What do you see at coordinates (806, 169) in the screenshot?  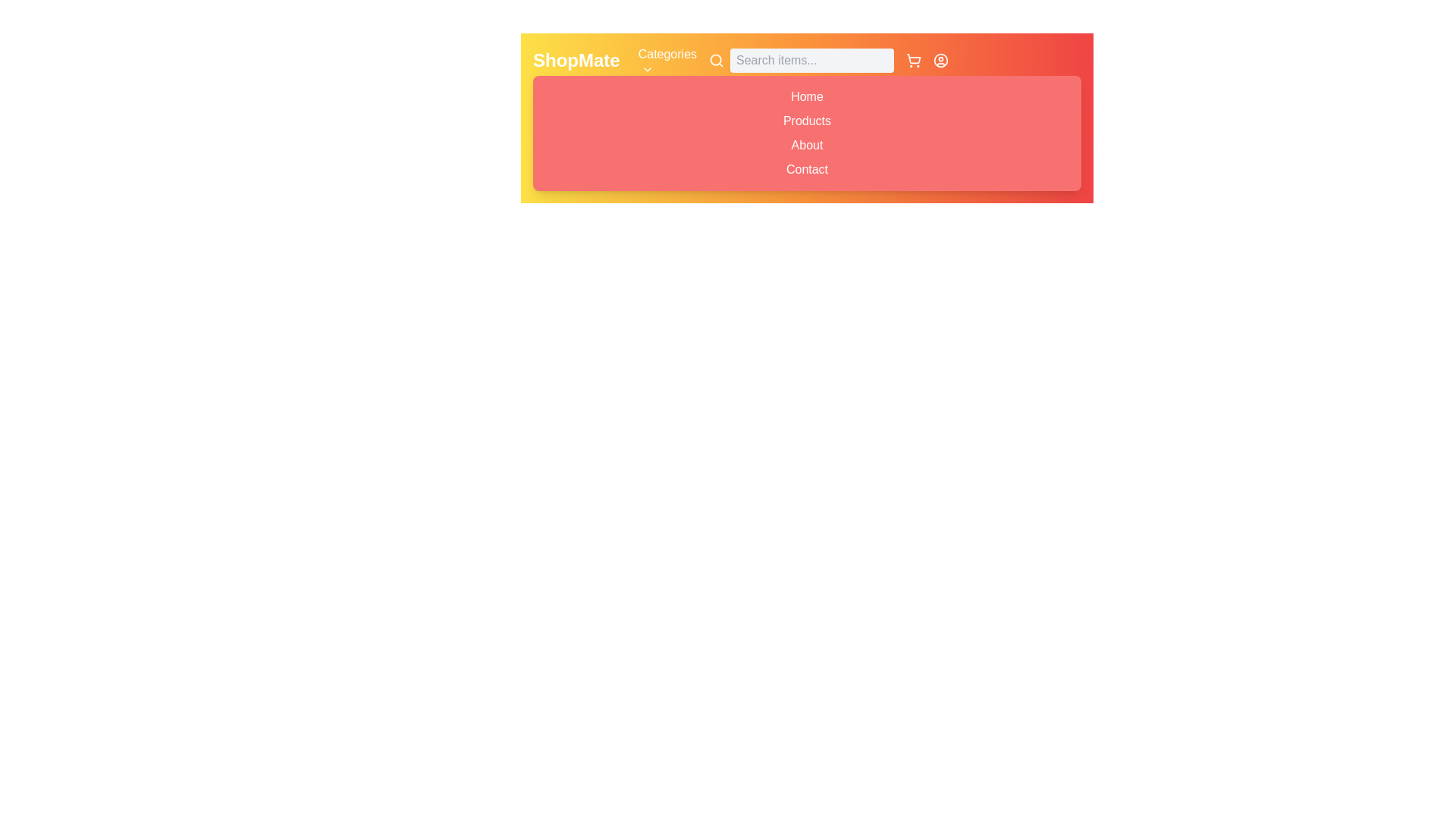 I see `the 'Contact' navigation link, which is the last item in the vertical menu, located below the 'About' entry` at bounding box center [806, 169].